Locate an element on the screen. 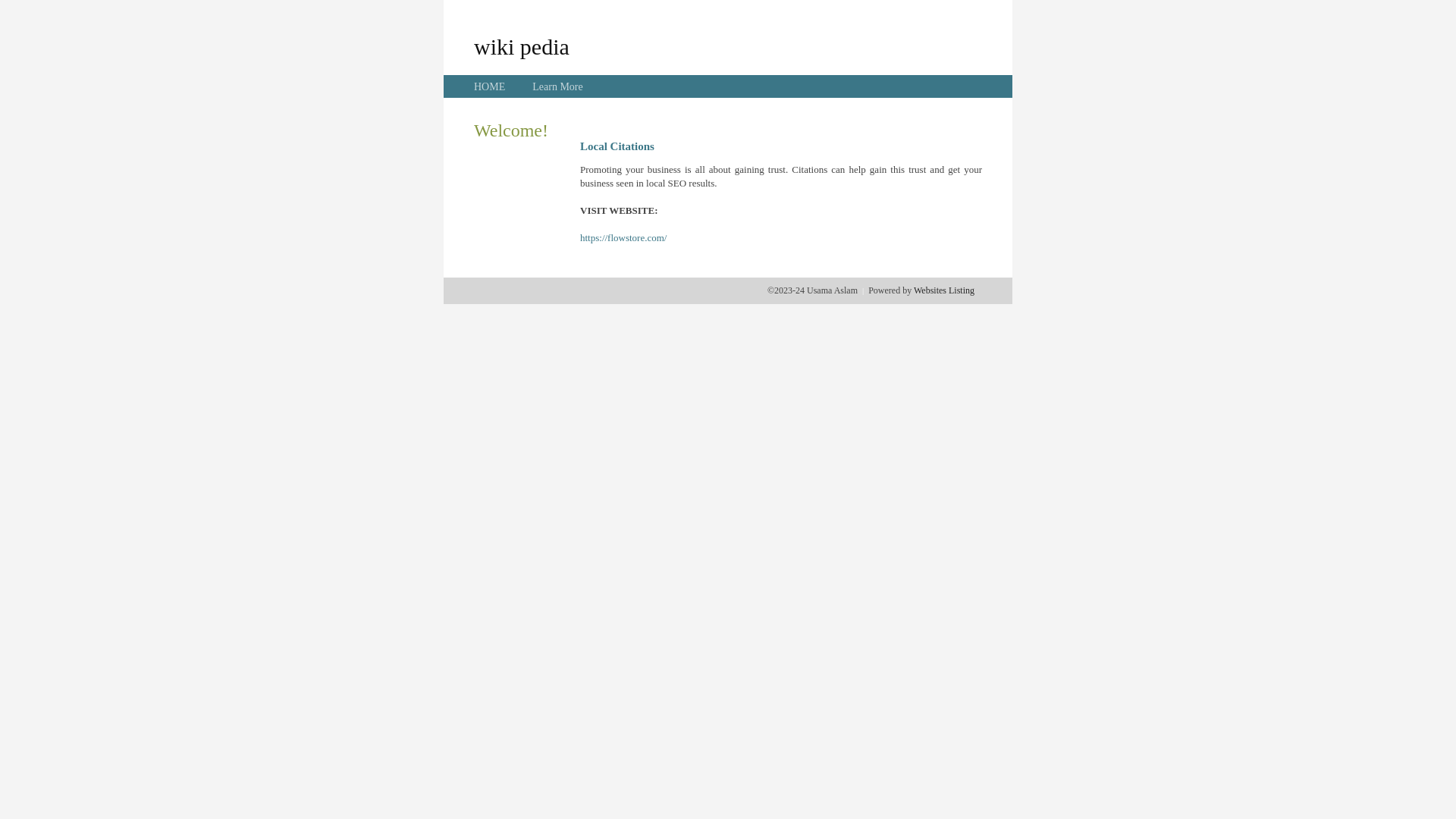 This screenshot has width=1456, height=819. 'https://flowstore.com/' is located at coordinates (623, 237).